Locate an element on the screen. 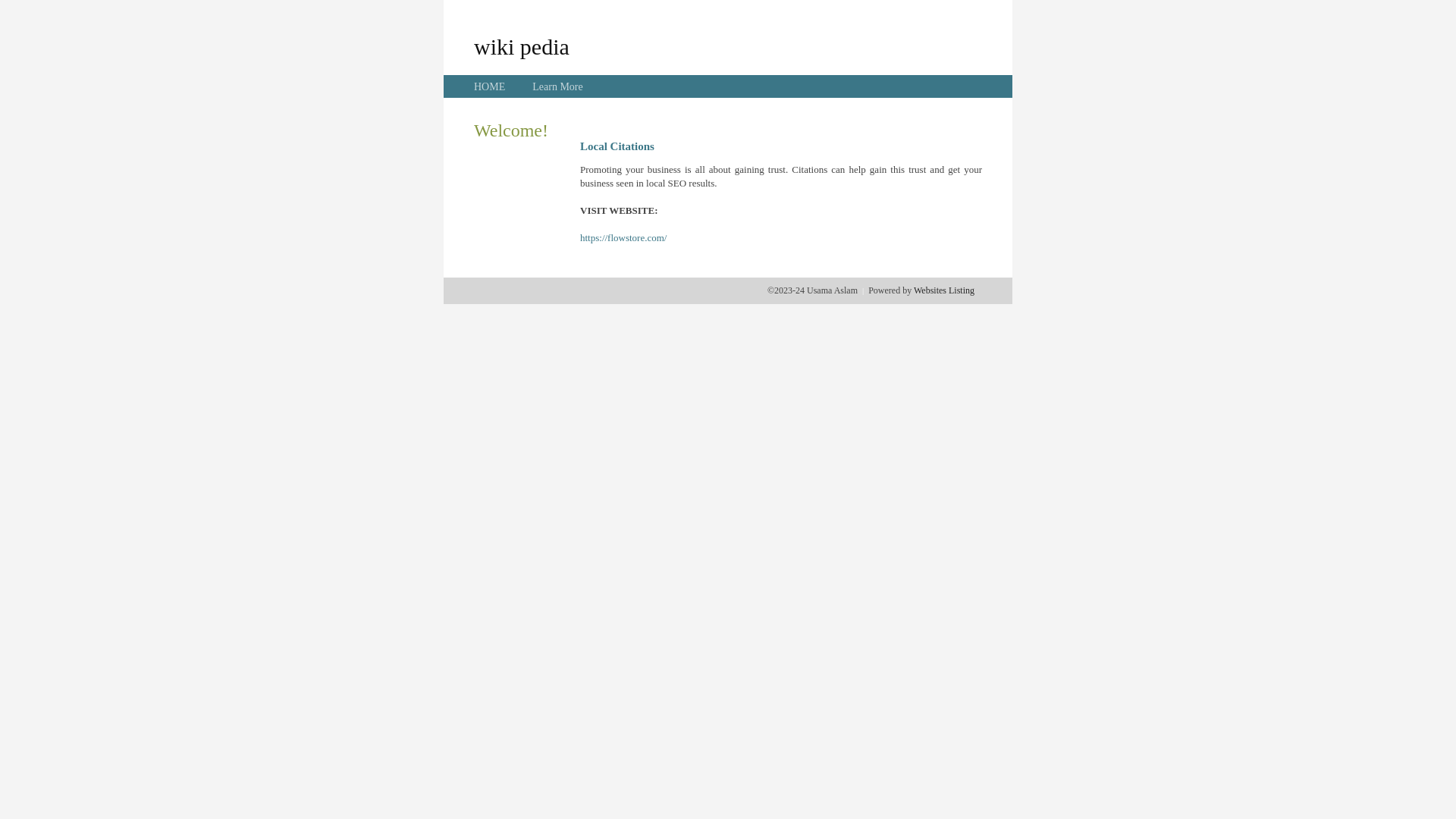 This screenshot has width=1456, height=819. 'https://flowstore.com/' is located at coordinates (623, 237).